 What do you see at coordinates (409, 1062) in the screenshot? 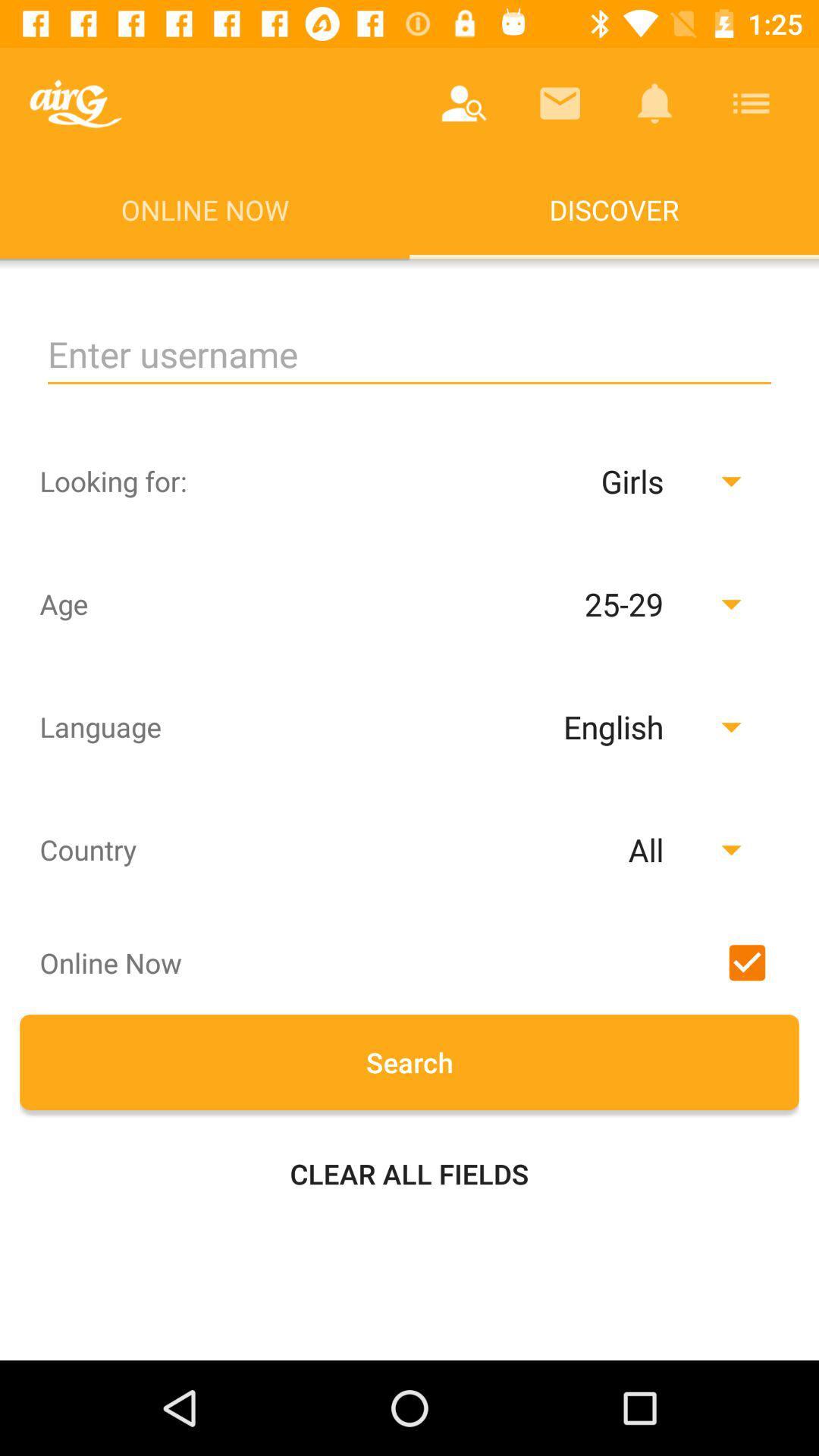
I see `search button` at bounding box center [409, 1062].